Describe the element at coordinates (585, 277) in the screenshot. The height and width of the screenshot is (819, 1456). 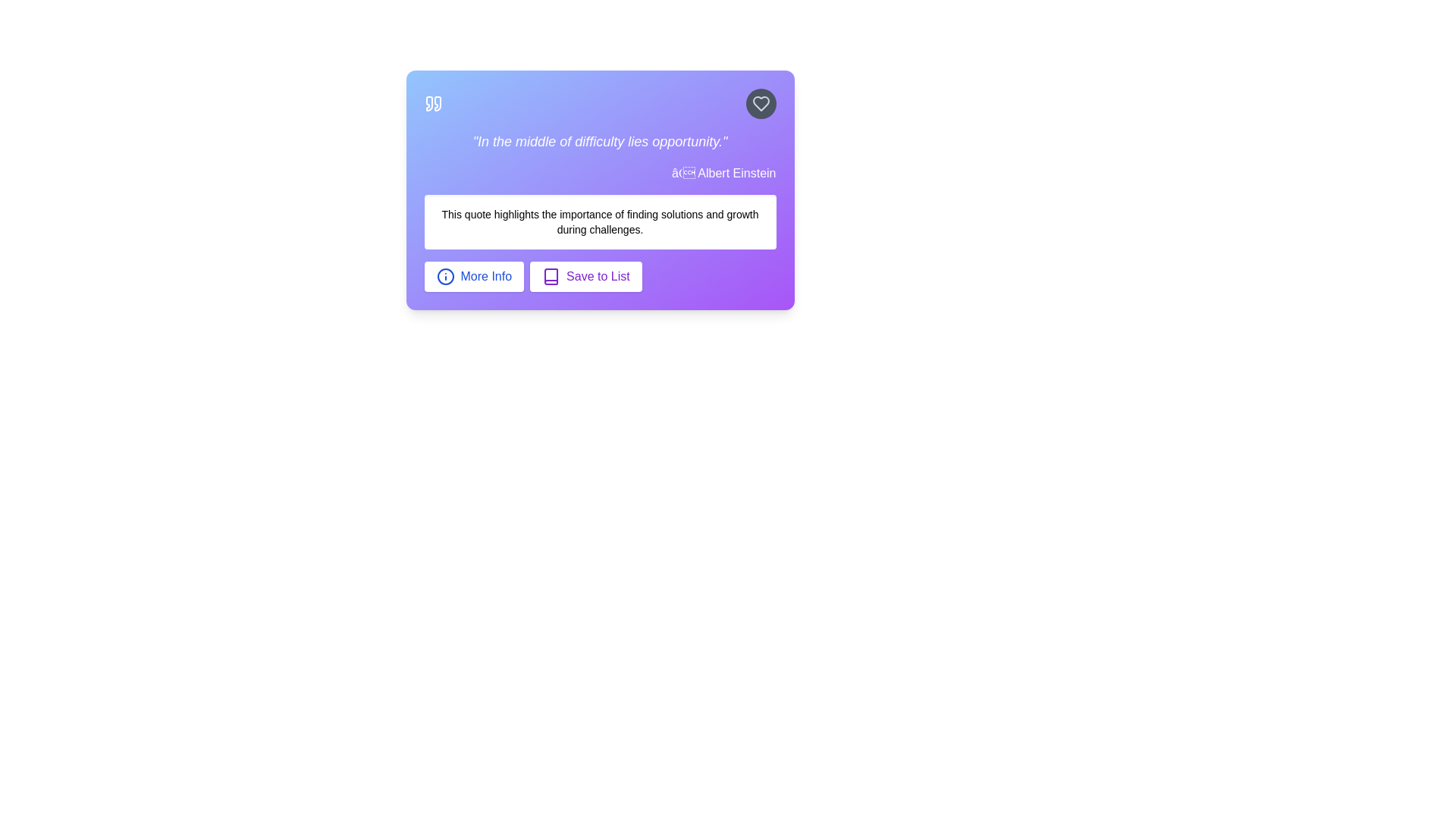
I see `the 'Save to List' button, which features purple text and a book-like icon, to observe its hover effects` at that location.